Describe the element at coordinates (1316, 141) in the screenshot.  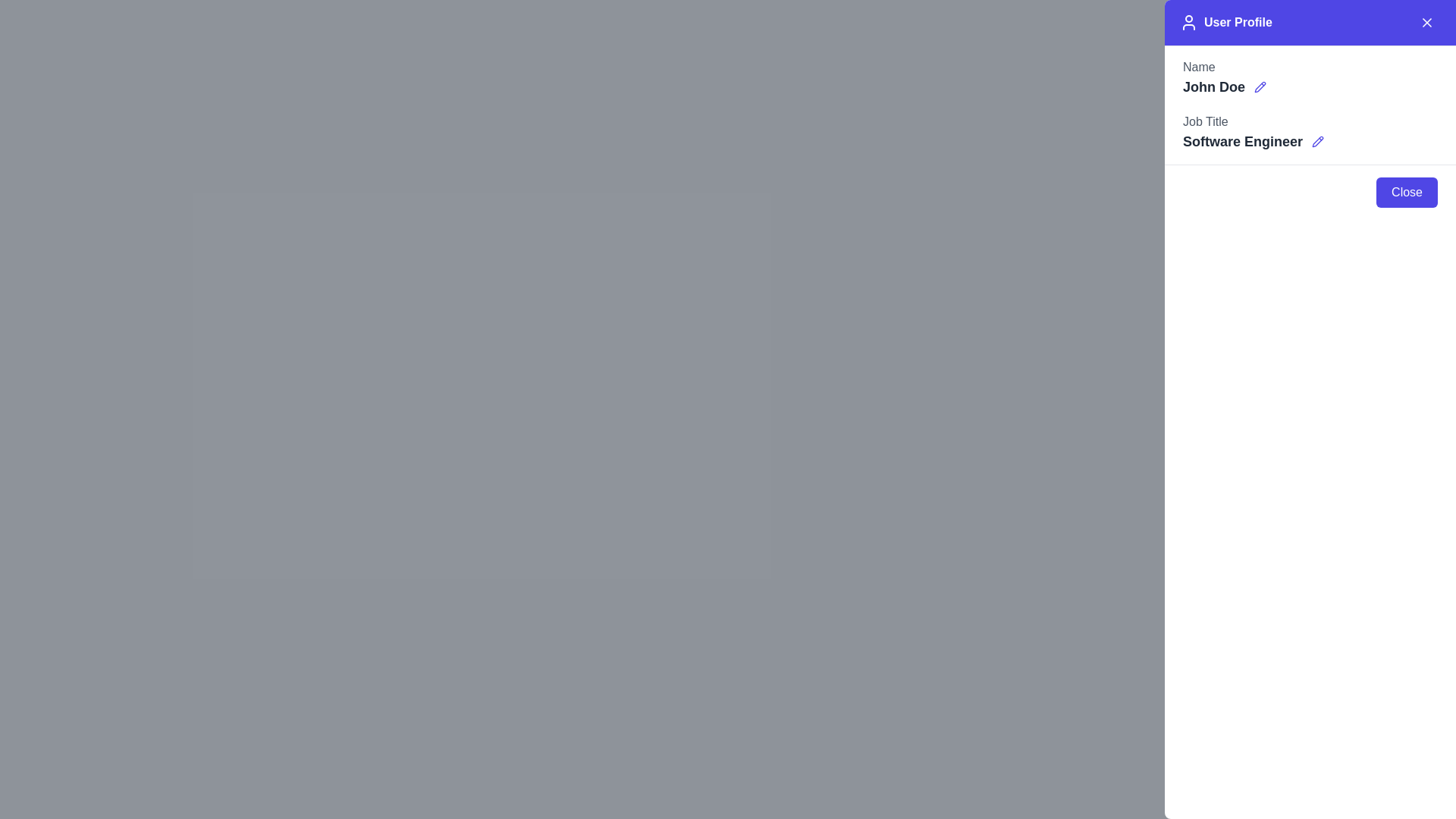
I see `the indigo pencil icon button located to the right of the 'Software Engineer' text in the 'Job Title' section` at that location.